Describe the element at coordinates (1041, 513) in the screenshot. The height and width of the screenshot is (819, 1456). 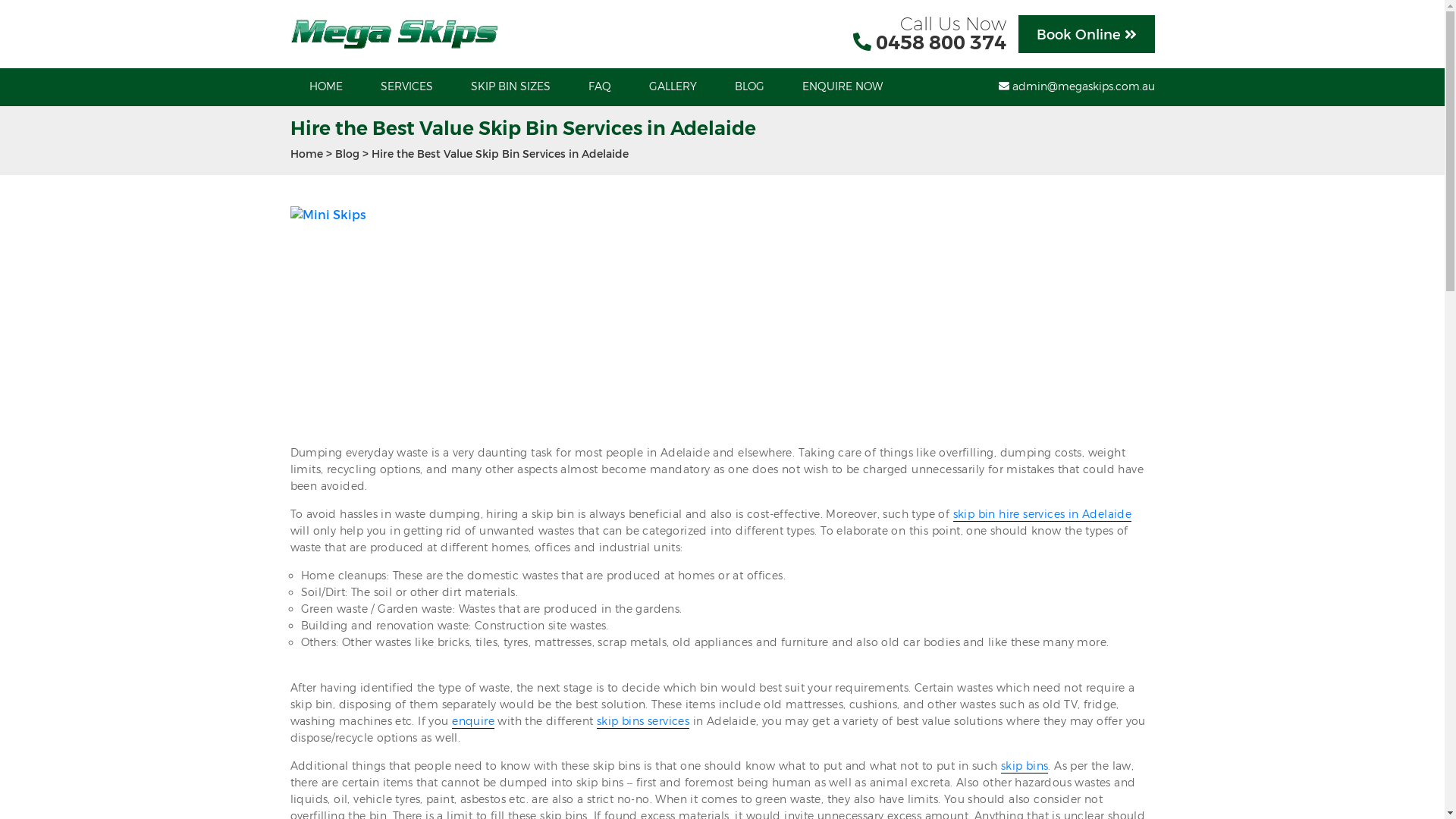
I see `'skip bin hire services in Adelaide'` at that location.